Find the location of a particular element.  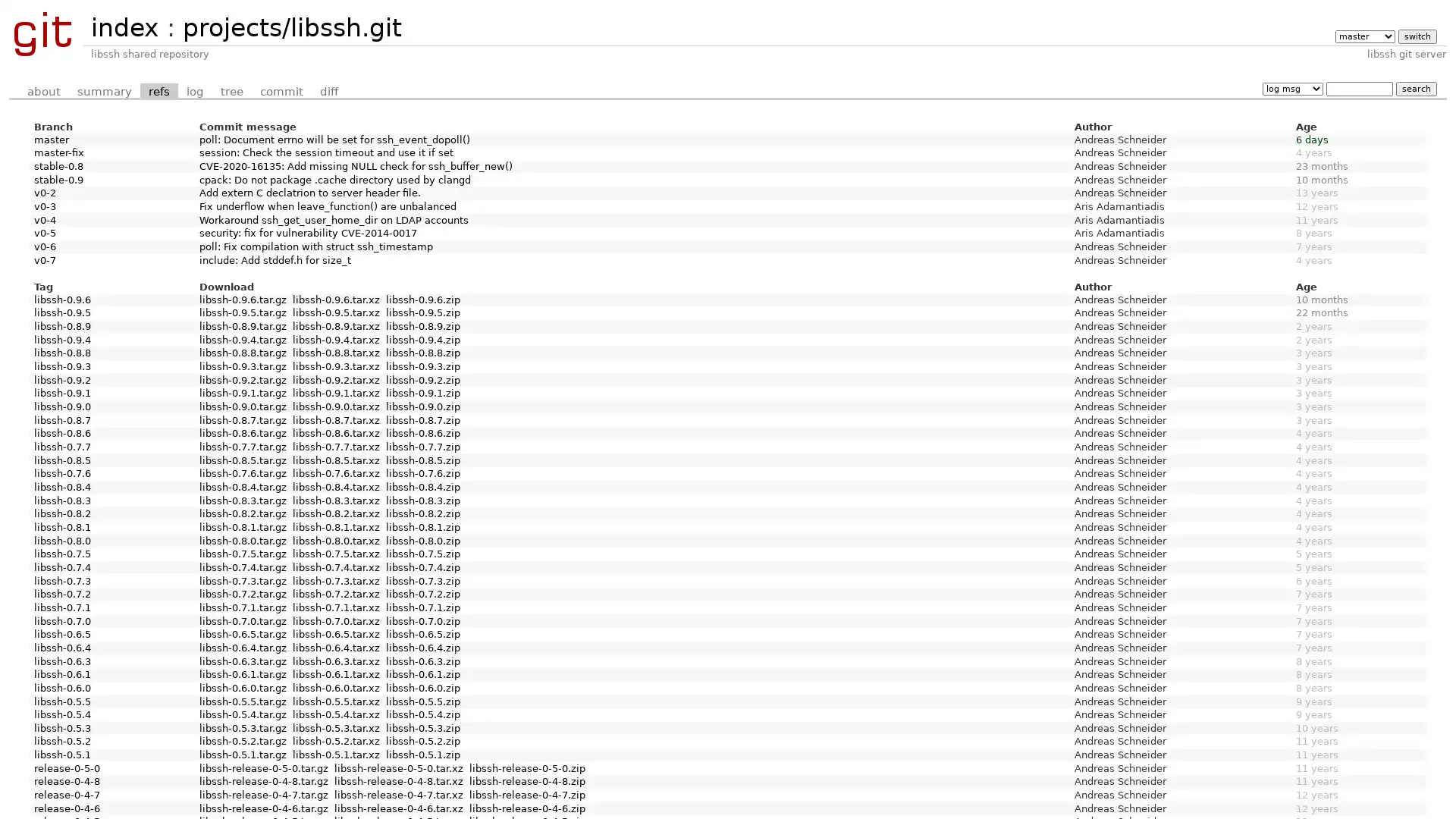

search is located at coordinates (1415, 88).